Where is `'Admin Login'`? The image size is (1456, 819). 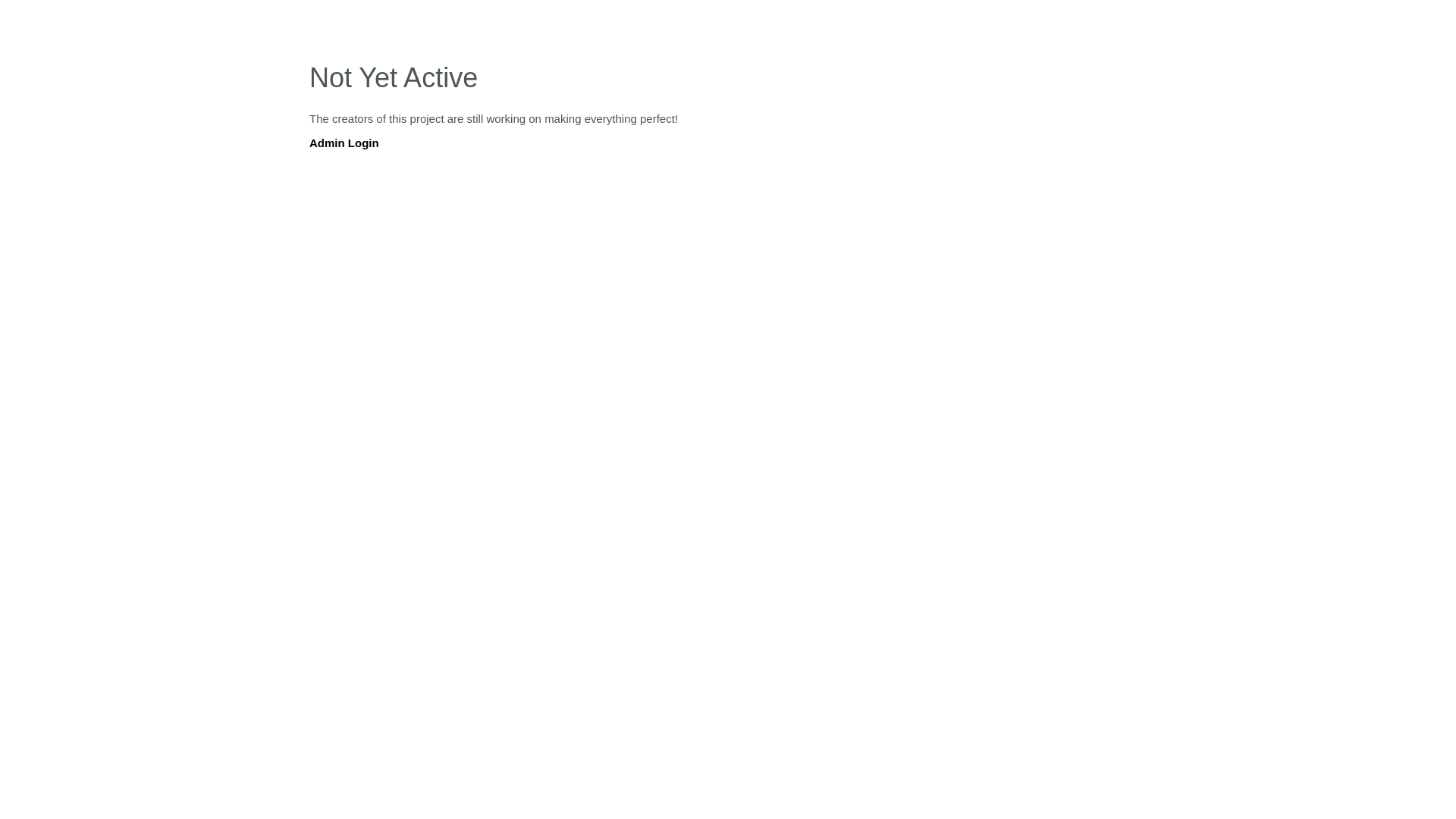
'Admin Login' is located at coordinates (344, 143).